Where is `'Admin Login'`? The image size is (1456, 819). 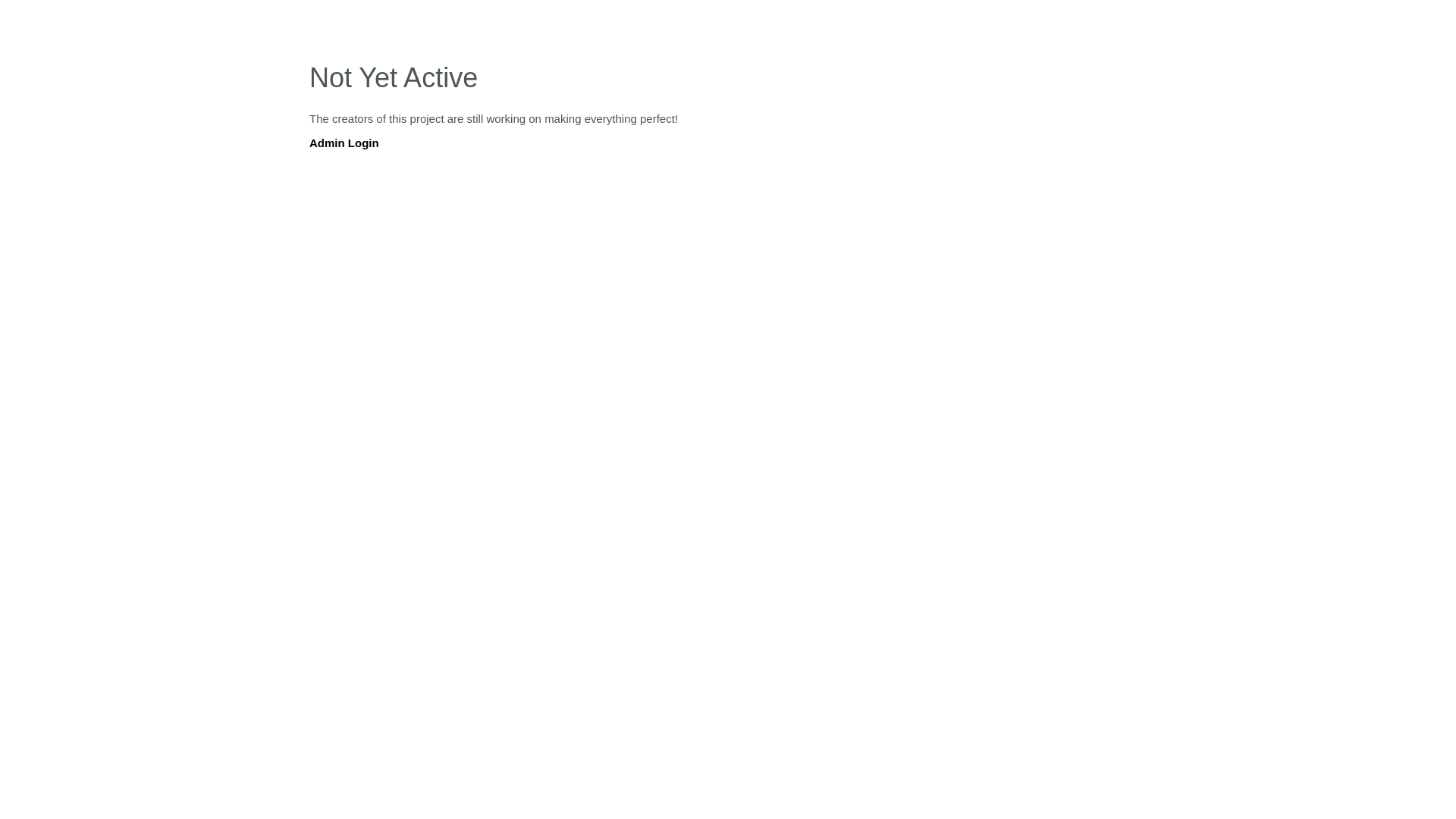
'Admin Login' is located at coordinates (344, 143).